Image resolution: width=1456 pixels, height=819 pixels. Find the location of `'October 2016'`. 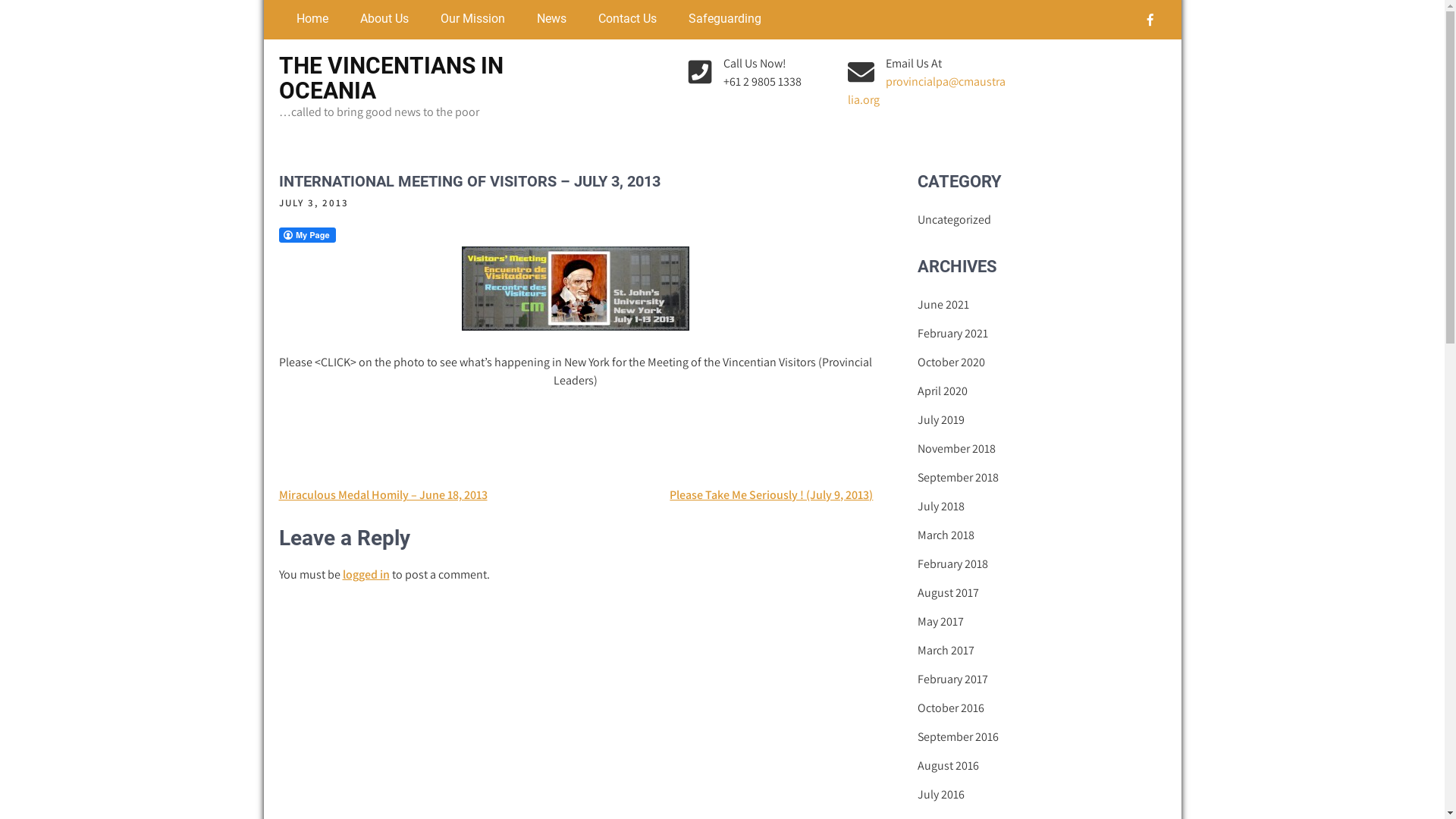

'October 2016' is located at coordinates (949, 708).